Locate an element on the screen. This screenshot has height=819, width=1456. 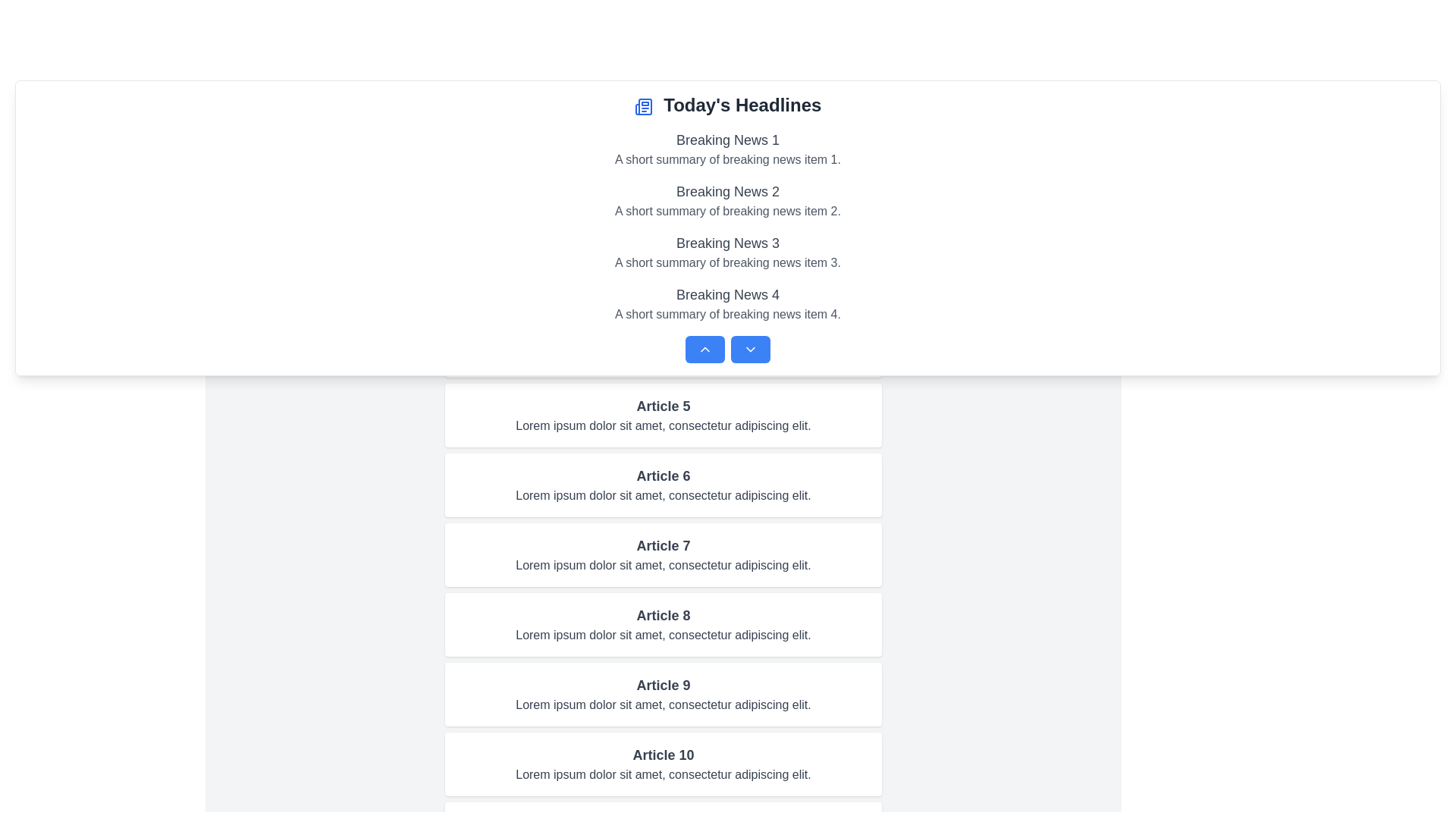
the first news item text block below the 'Today's Headlines' header is located at coordinates (728, 149).